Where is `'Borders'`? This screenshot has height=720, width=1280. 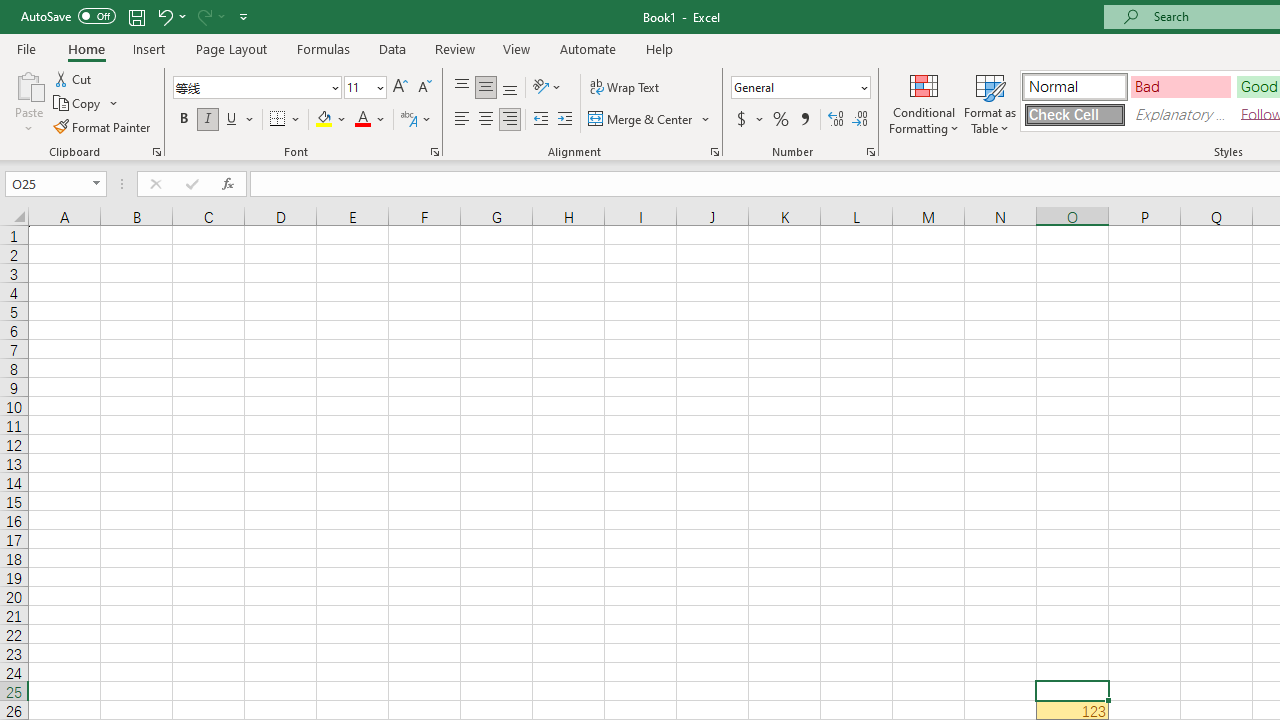 'Borders' is located at coordinates (285, 119).